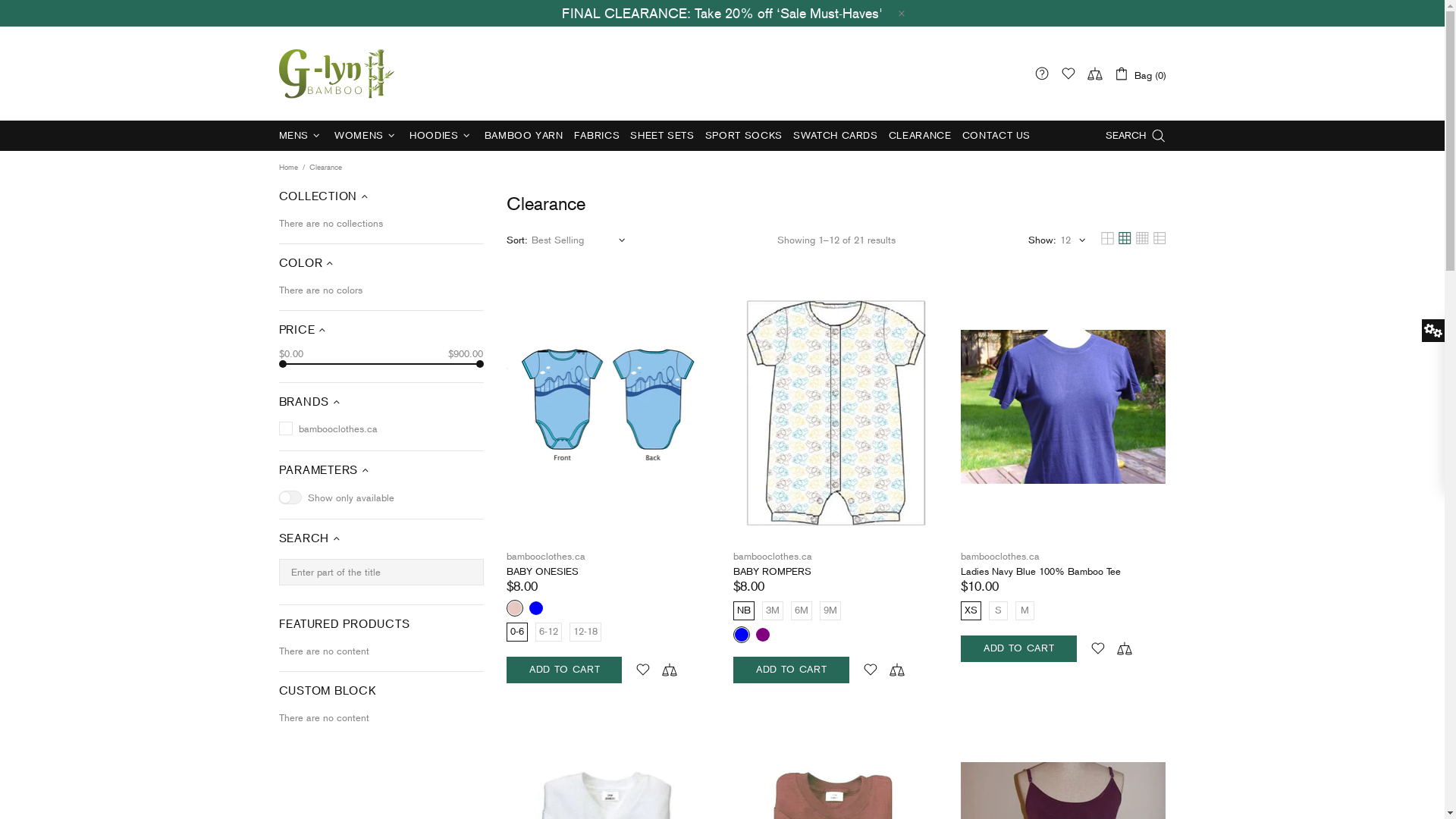 This screenshot has width=1456, height=819. Describe the element at coordinates (772, 571) in the screenshot. I see `'BABY ROMPERS'` at that location.